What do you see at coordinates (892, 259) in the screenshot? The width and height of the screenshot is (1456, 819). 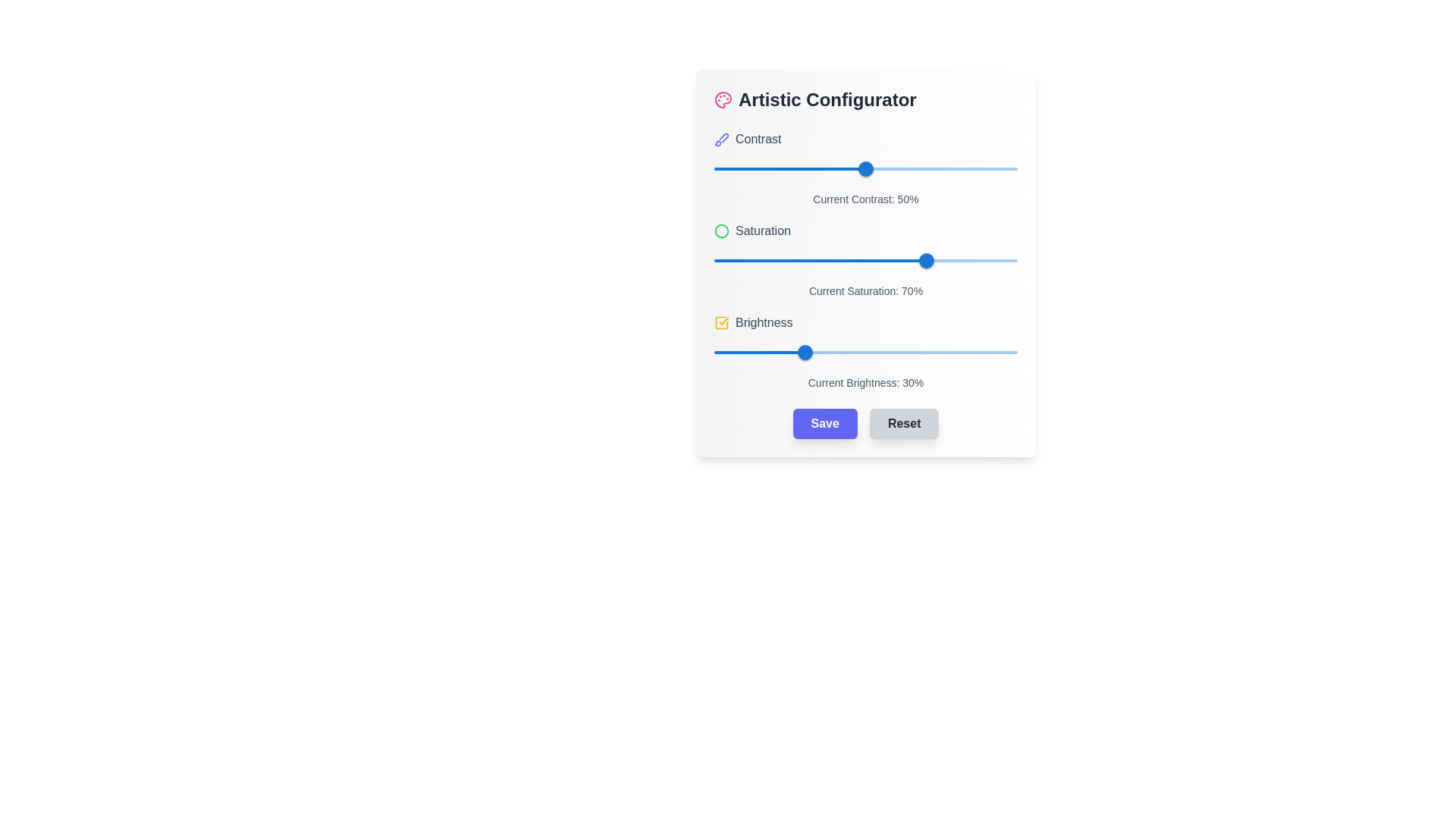 I see `saturation` at bounding box center [892, 259].